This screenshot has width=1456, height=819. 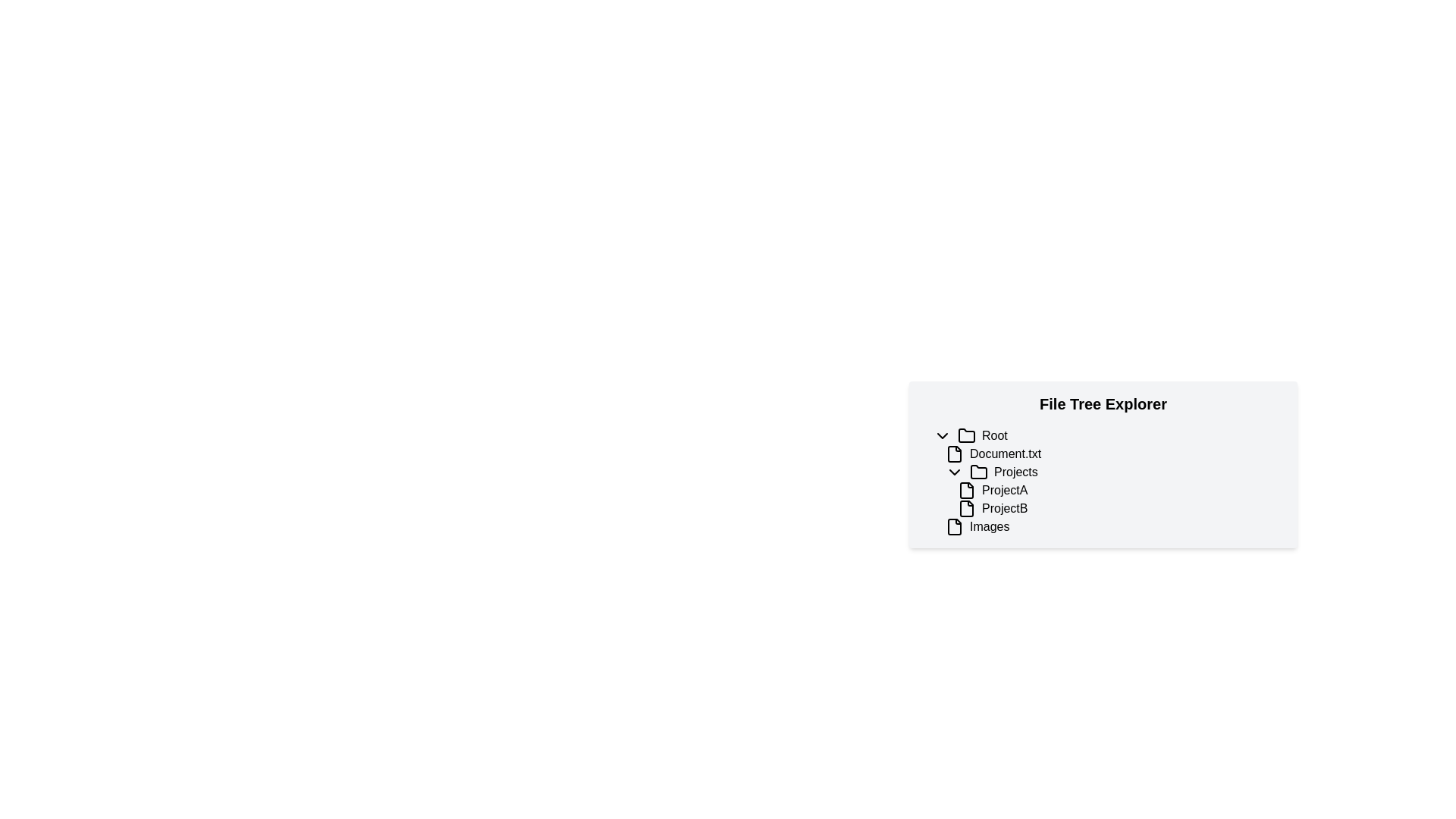 I want to click on the document icon in the 'File Tree Explorer' under the entry labeled 'Images', which features a rectangular body with a folded corner, styled in a wireframe aesthetic, so click(x=953, y=526).